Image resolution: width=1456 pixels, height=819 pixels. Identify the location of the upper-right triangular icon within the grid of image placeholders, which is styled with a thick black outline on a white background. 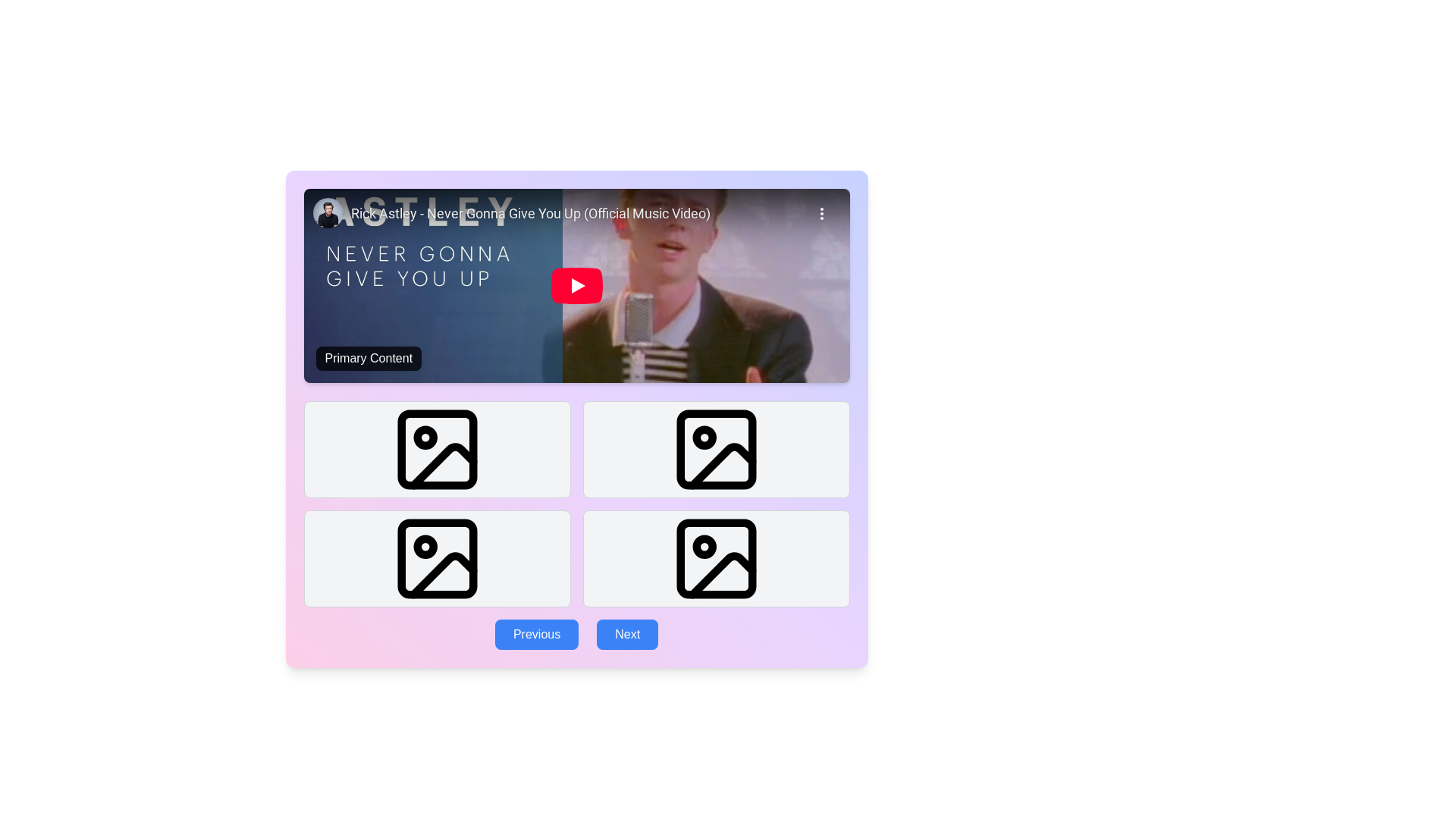
(721, 465).